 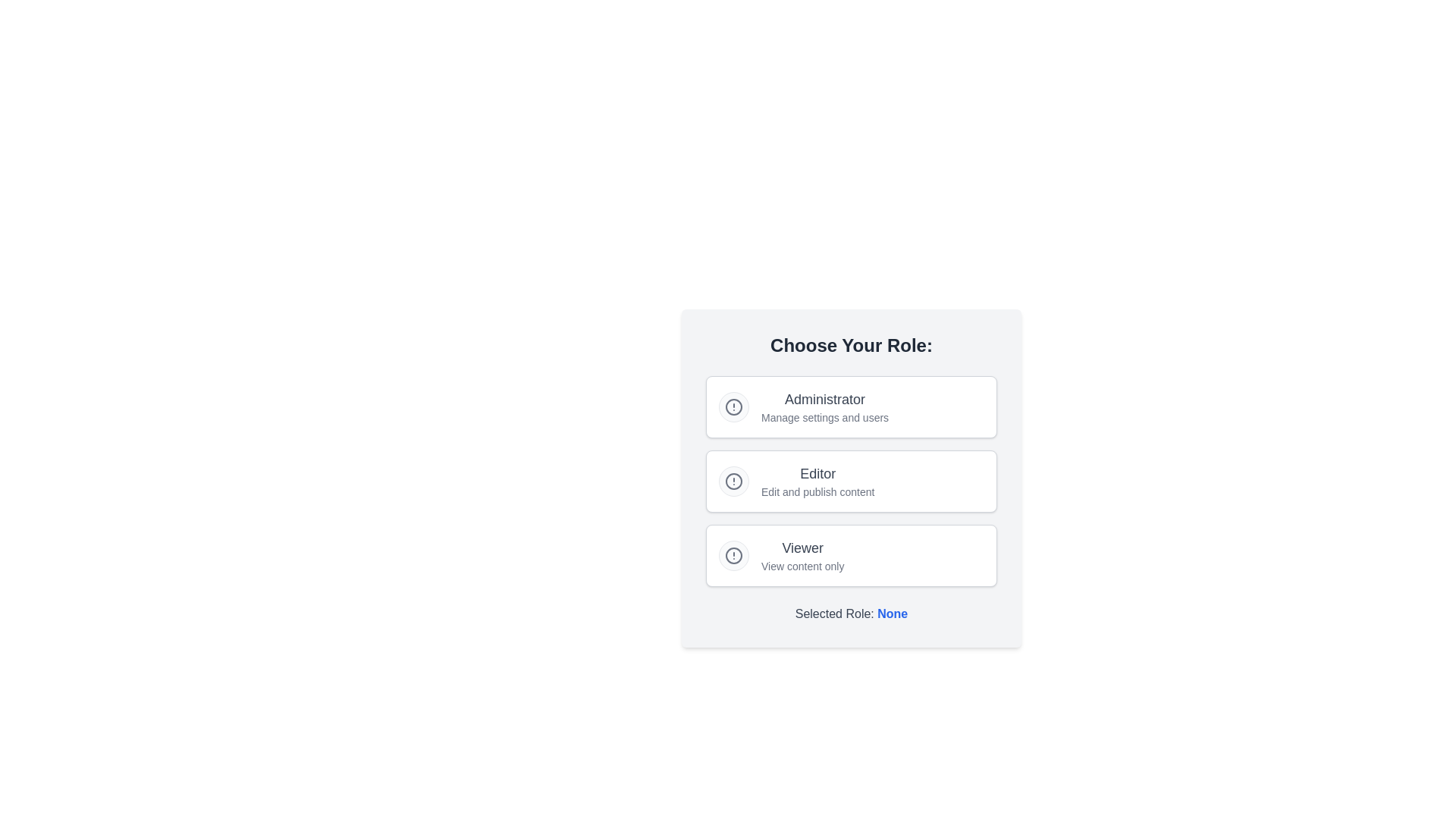 What do you see at coordinates (817, 472) in the screenshot?
I see `the Text Label that serves as a title for the 'Editor' role in the role selection interface, positioned above 'Edit and publish content.'` at bounding box center [817, 472].